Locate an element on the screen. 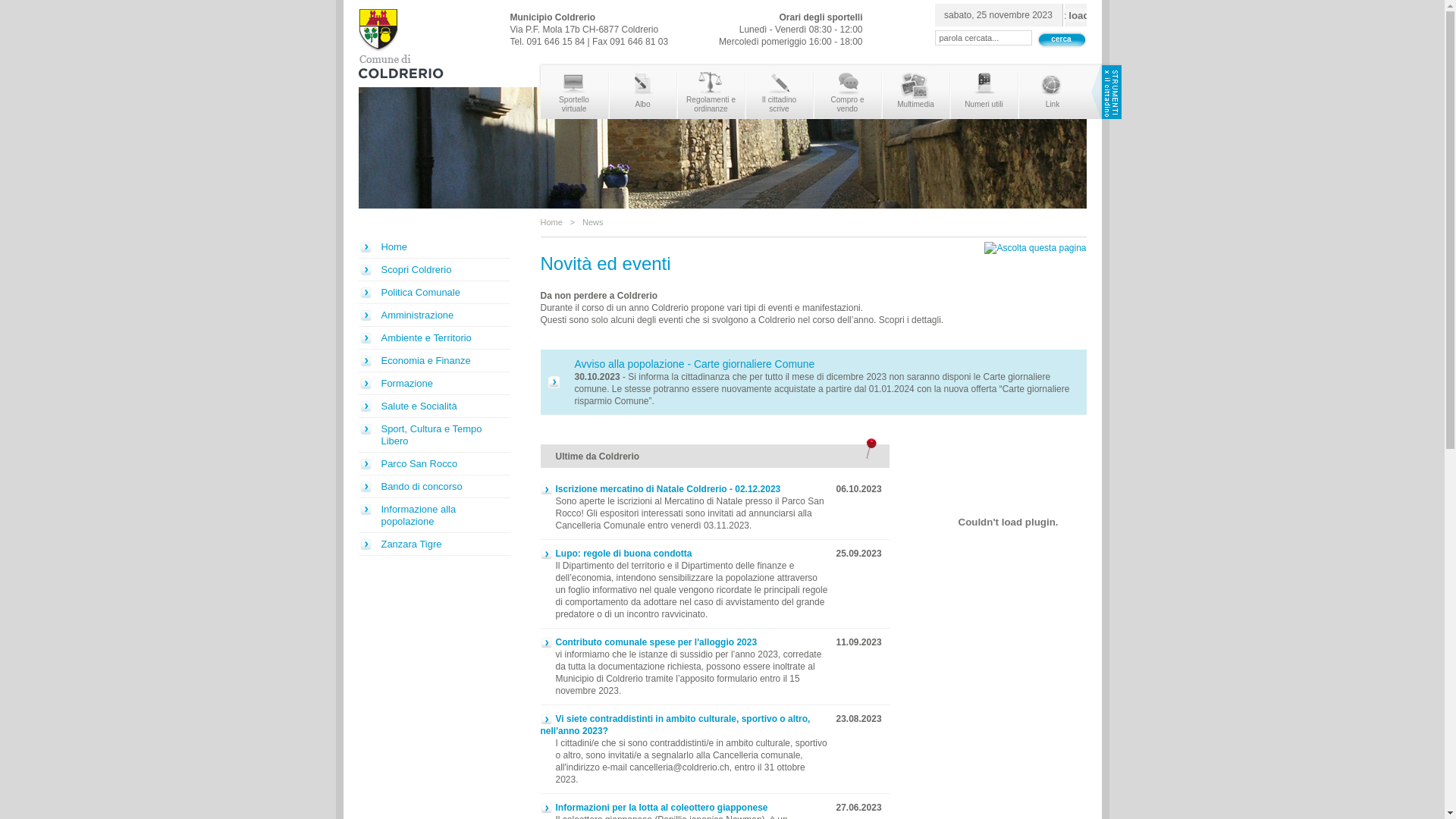  'Parco San Rocco' is located at coordinates (432, 463).